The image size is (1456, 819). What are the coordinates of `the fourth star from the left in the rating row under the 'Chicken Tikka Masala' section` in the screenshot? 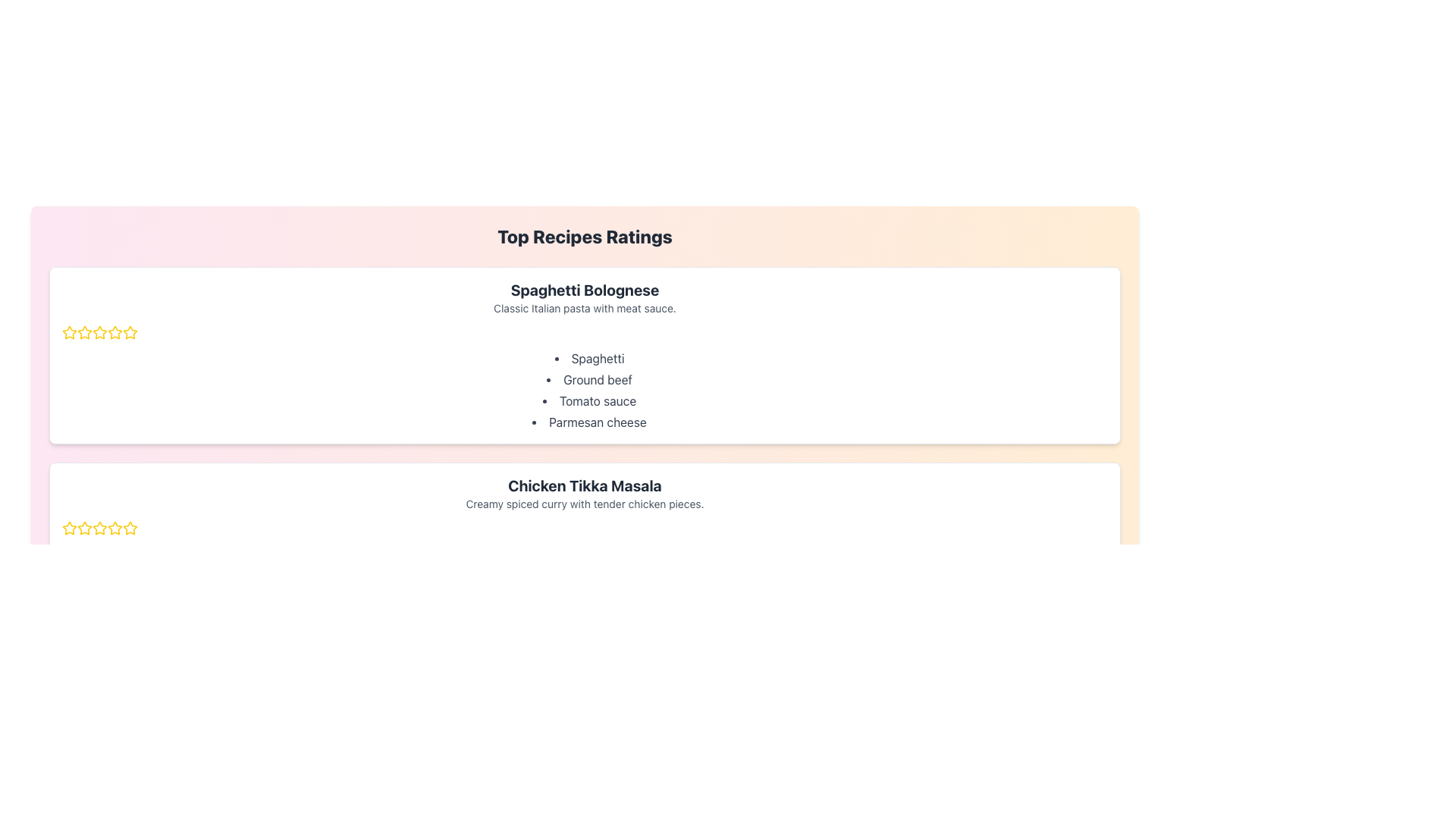 It's located at (130, 527).